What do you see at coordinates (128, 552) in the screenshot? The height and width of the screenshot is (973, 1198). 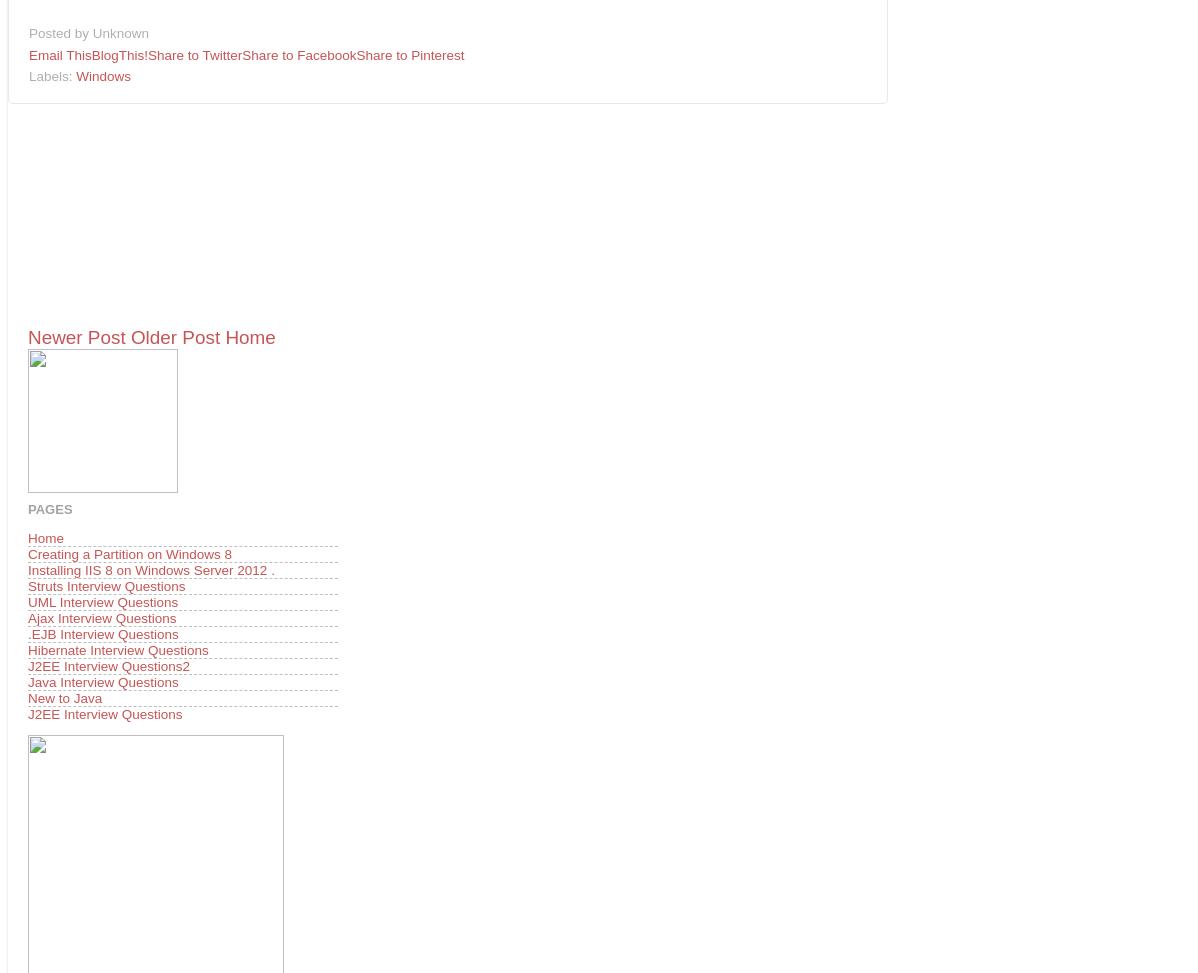 I see `'Creating a Partition on Windows 8'` at bounding box center [128, 552].